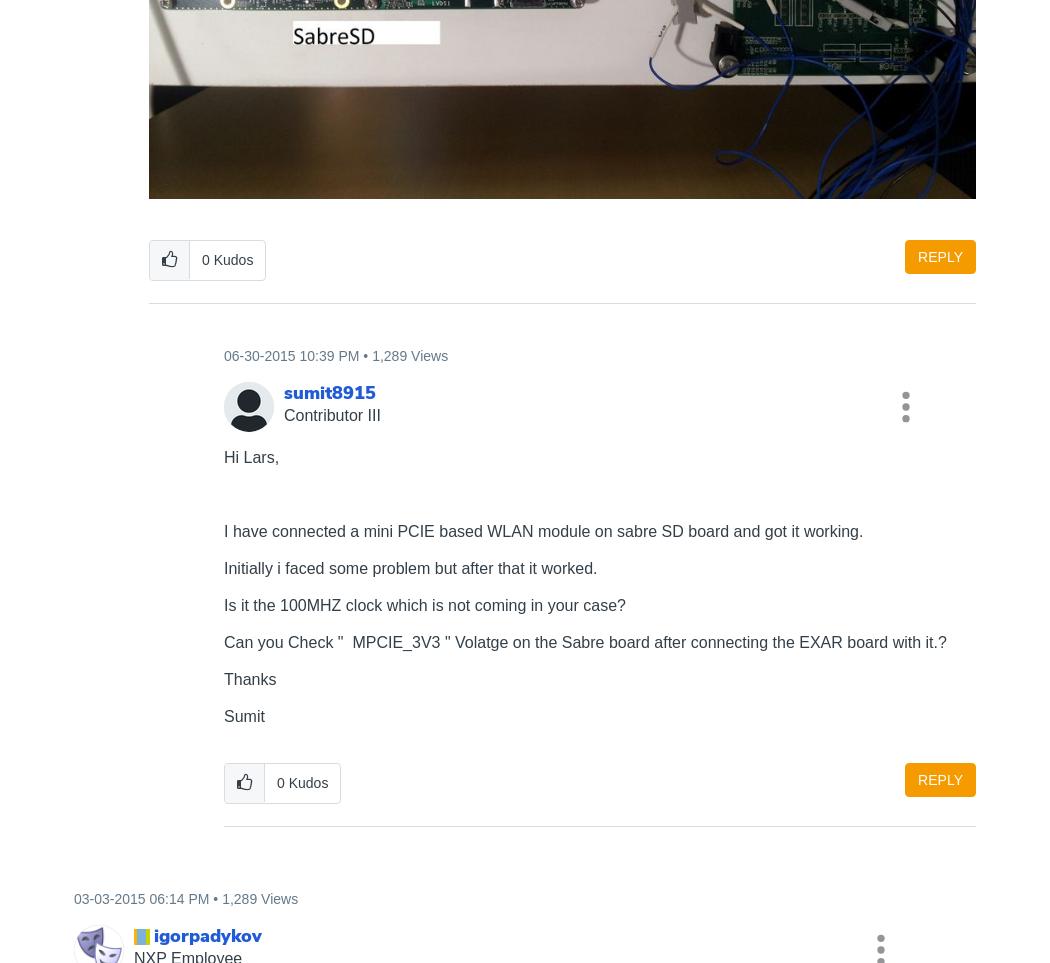  Describe the element at coordinates (328, 353) in the screenshot. I see `'10:39 PM'` at that location.